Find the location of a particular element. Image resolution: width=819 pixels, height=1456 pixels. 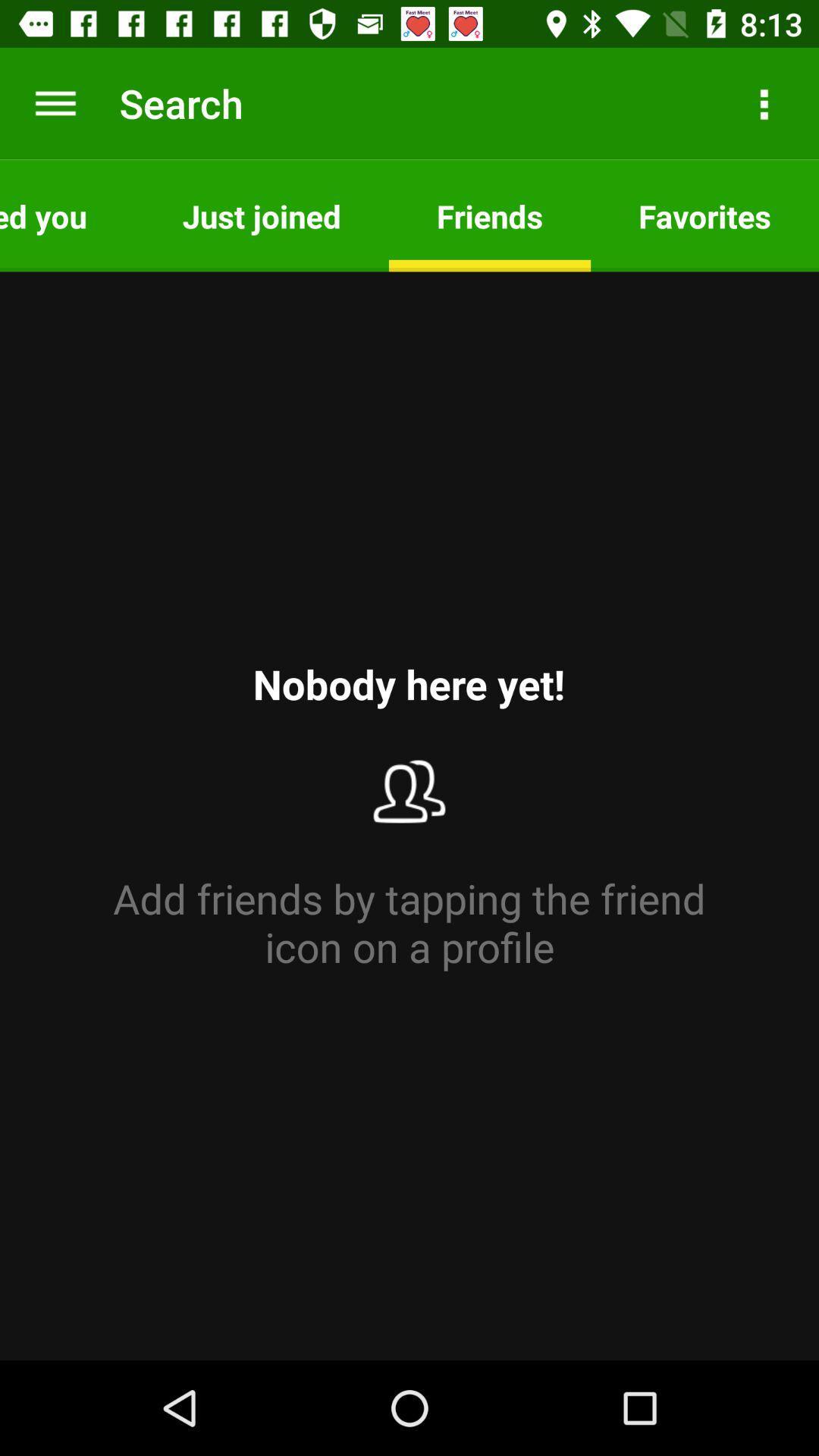

the item to the left of the search is located at coordinates (55, 102).